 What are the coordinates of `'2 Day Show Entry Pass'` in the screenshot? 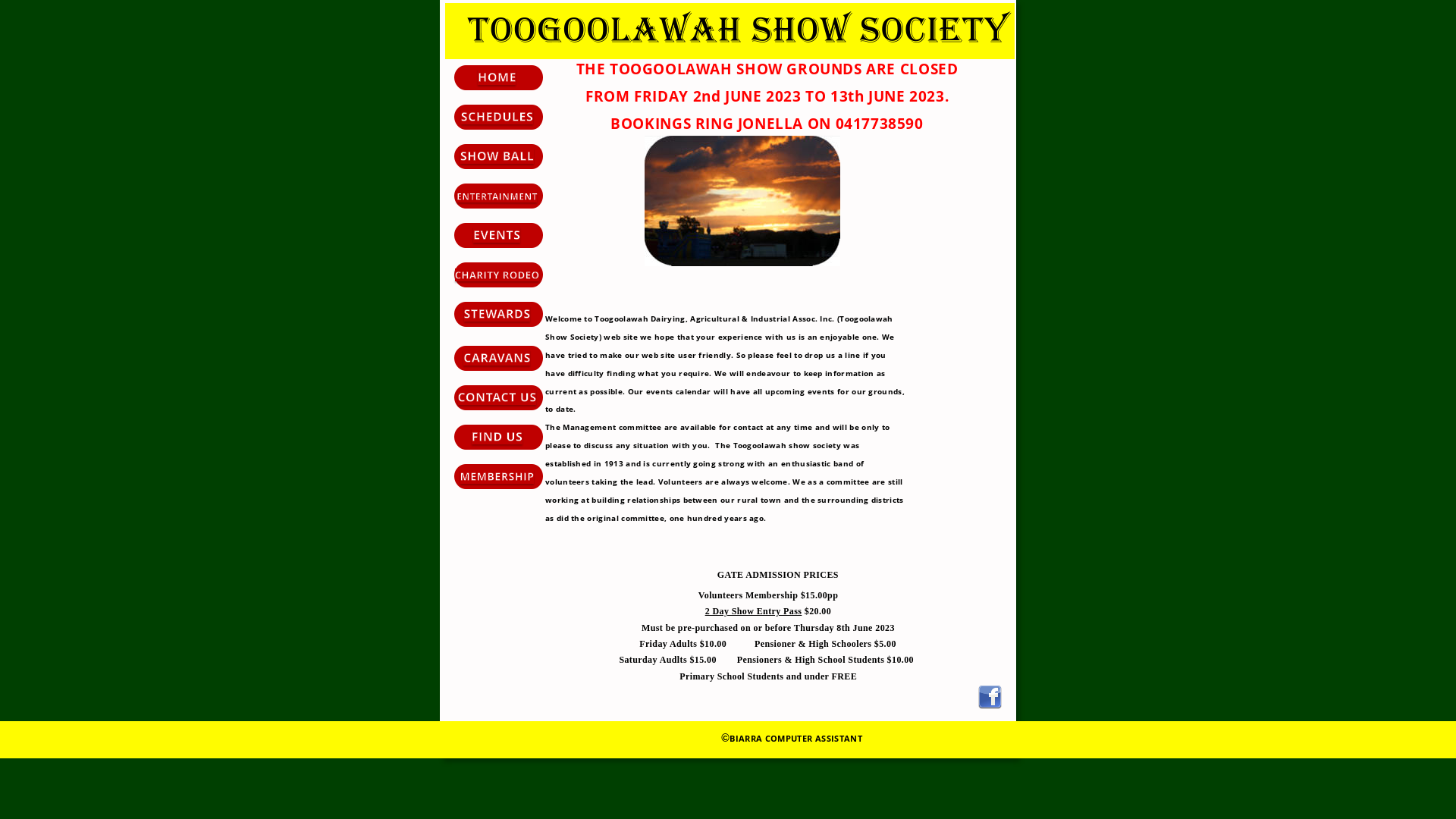 It's located at (753, 610).